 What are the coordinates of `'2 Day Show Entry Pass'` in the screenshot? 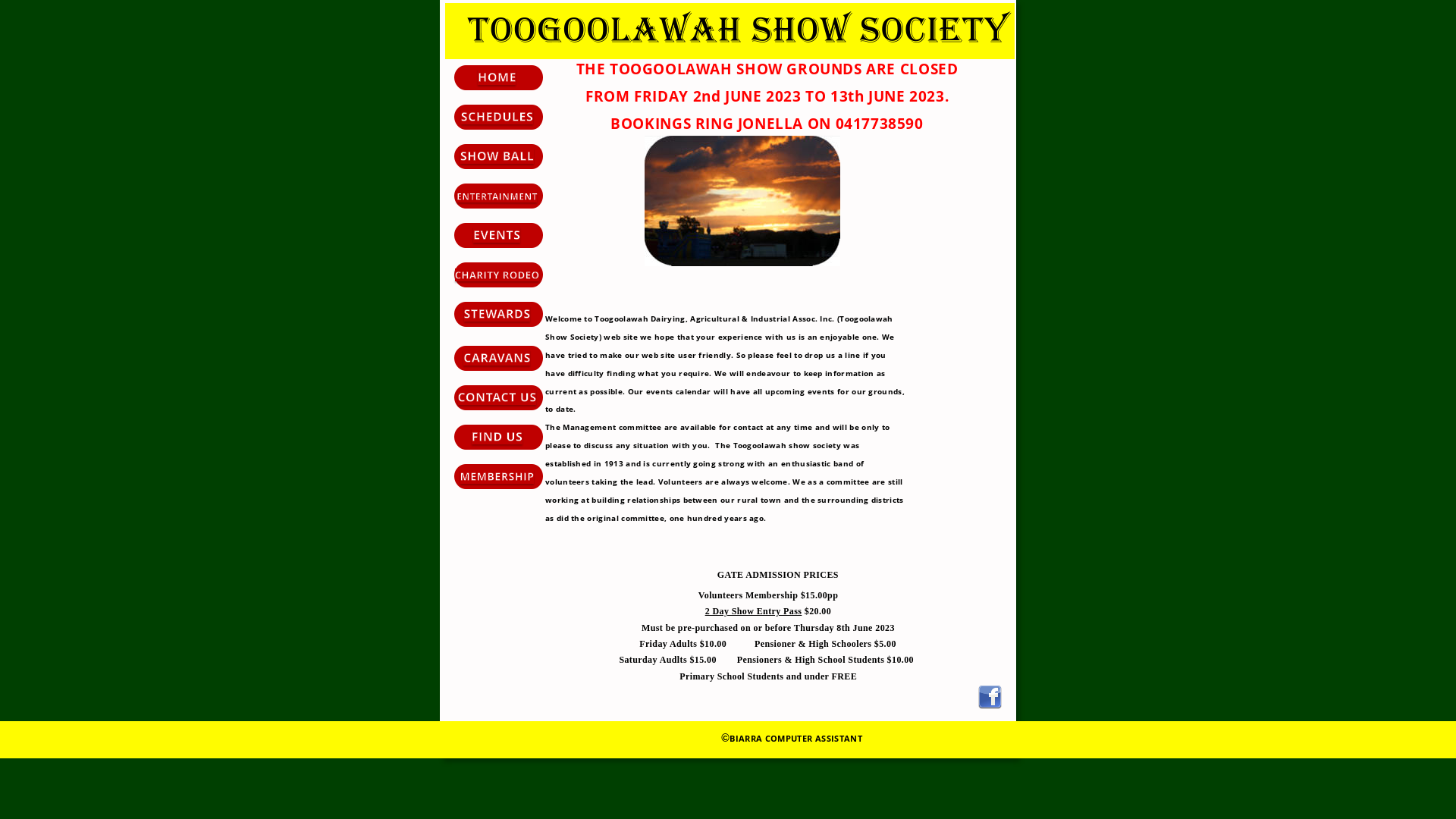 It's located at (753, 610).